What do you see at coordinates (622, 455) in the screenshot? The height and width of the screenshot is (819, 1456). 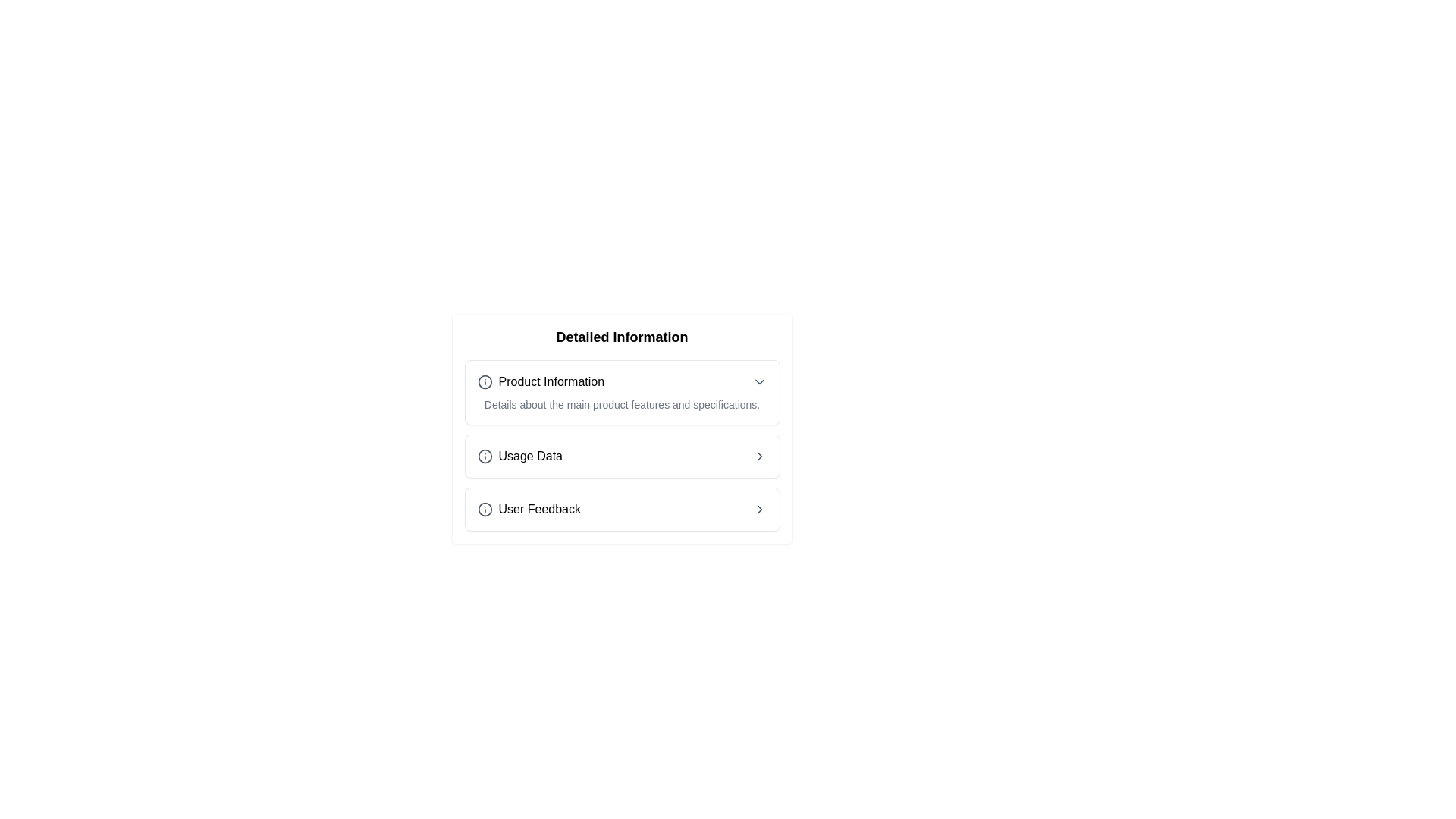 I see `the second button styled as a list item in the 'Detailed Information' section` at bounding box center [622, 455].